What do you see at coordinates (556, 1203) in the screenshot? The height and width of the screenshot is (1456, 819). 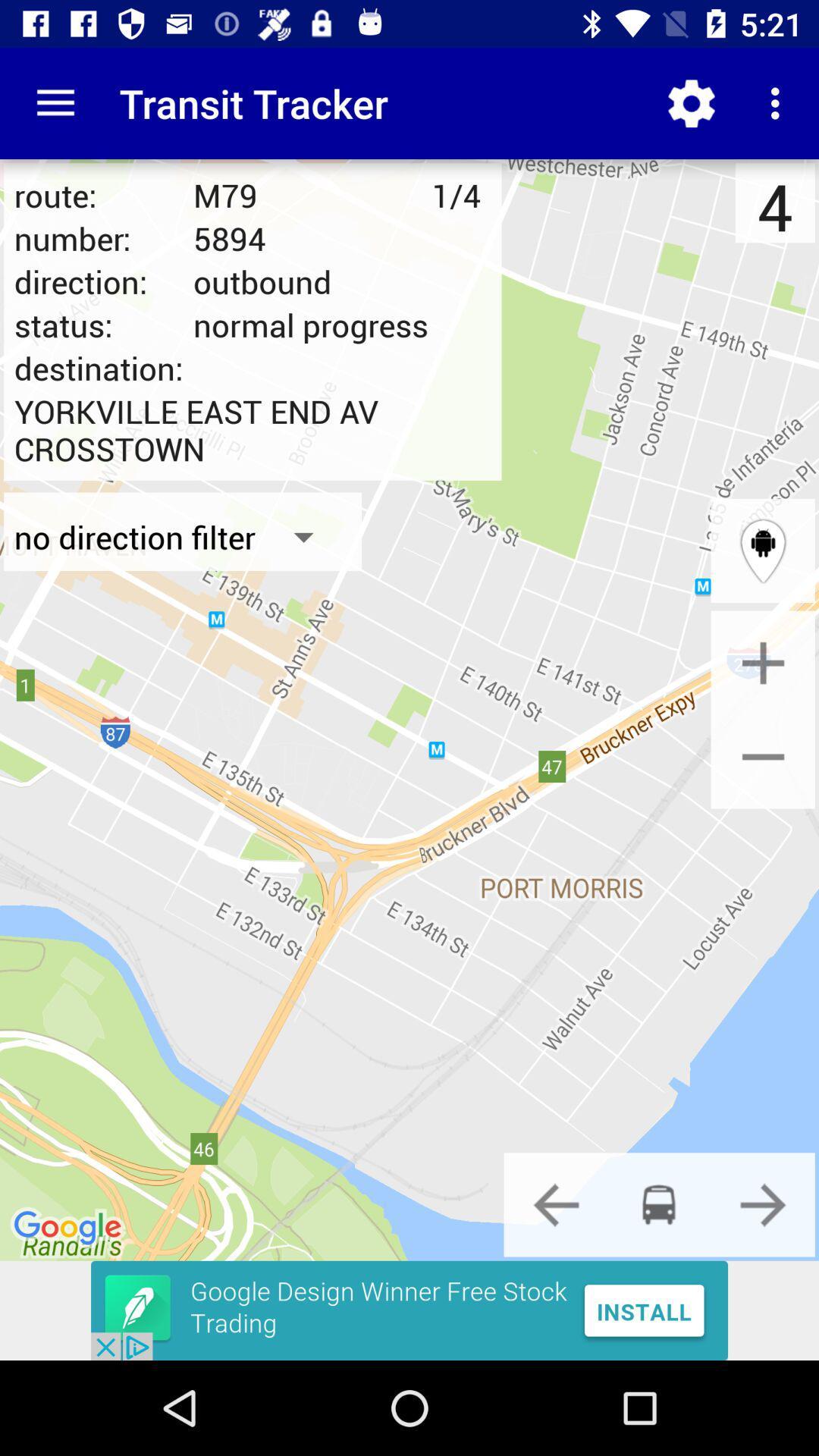 I see `switch mode of transportation` at bounding box center [556, 1203].